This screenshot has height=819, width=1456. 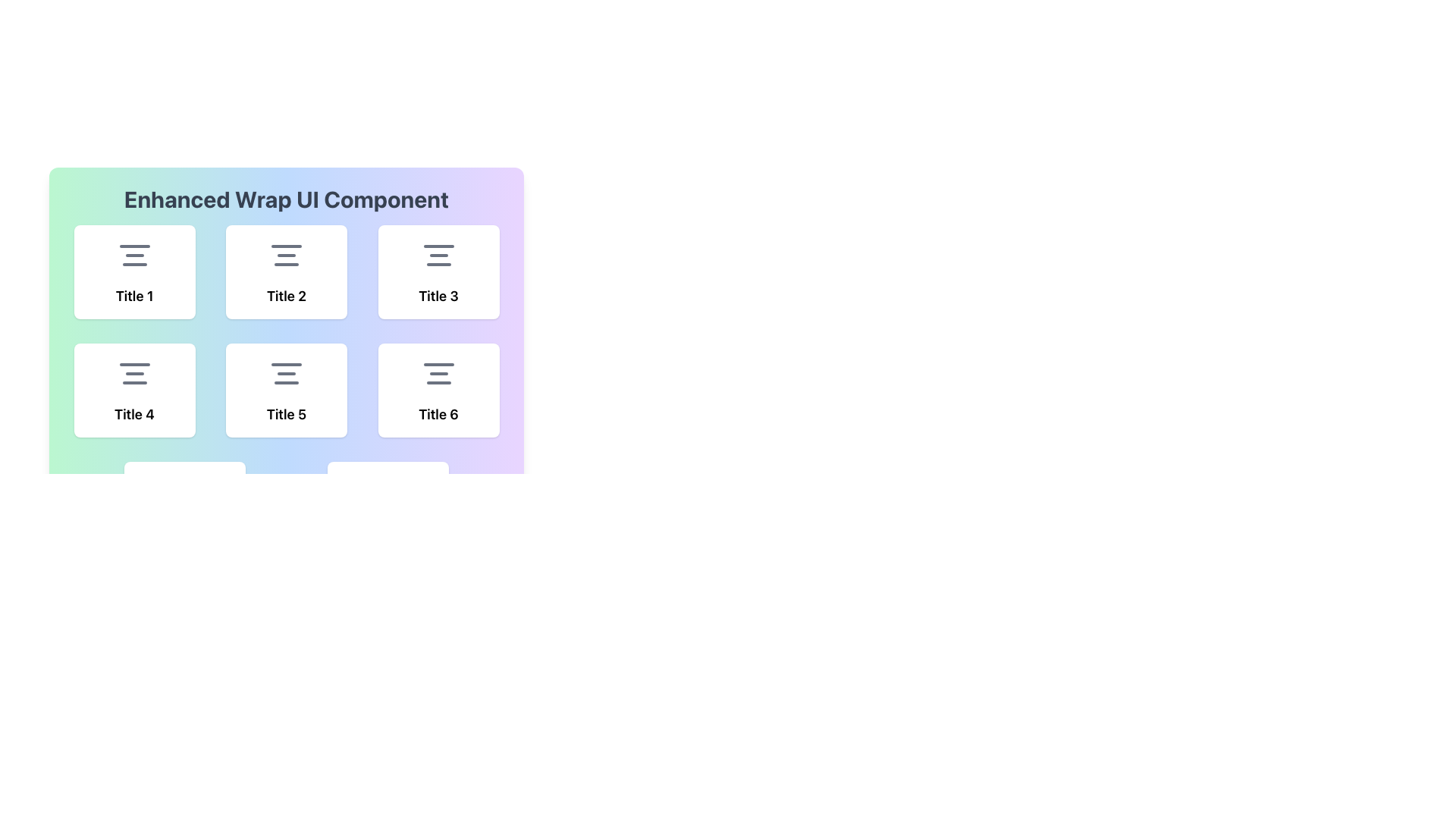 I want to click on graphical icon located above the 'Title 5' text, characterized by three horizontal lines of equal length in a muted gray color, by clicking on it, so click(x=287, y=374).